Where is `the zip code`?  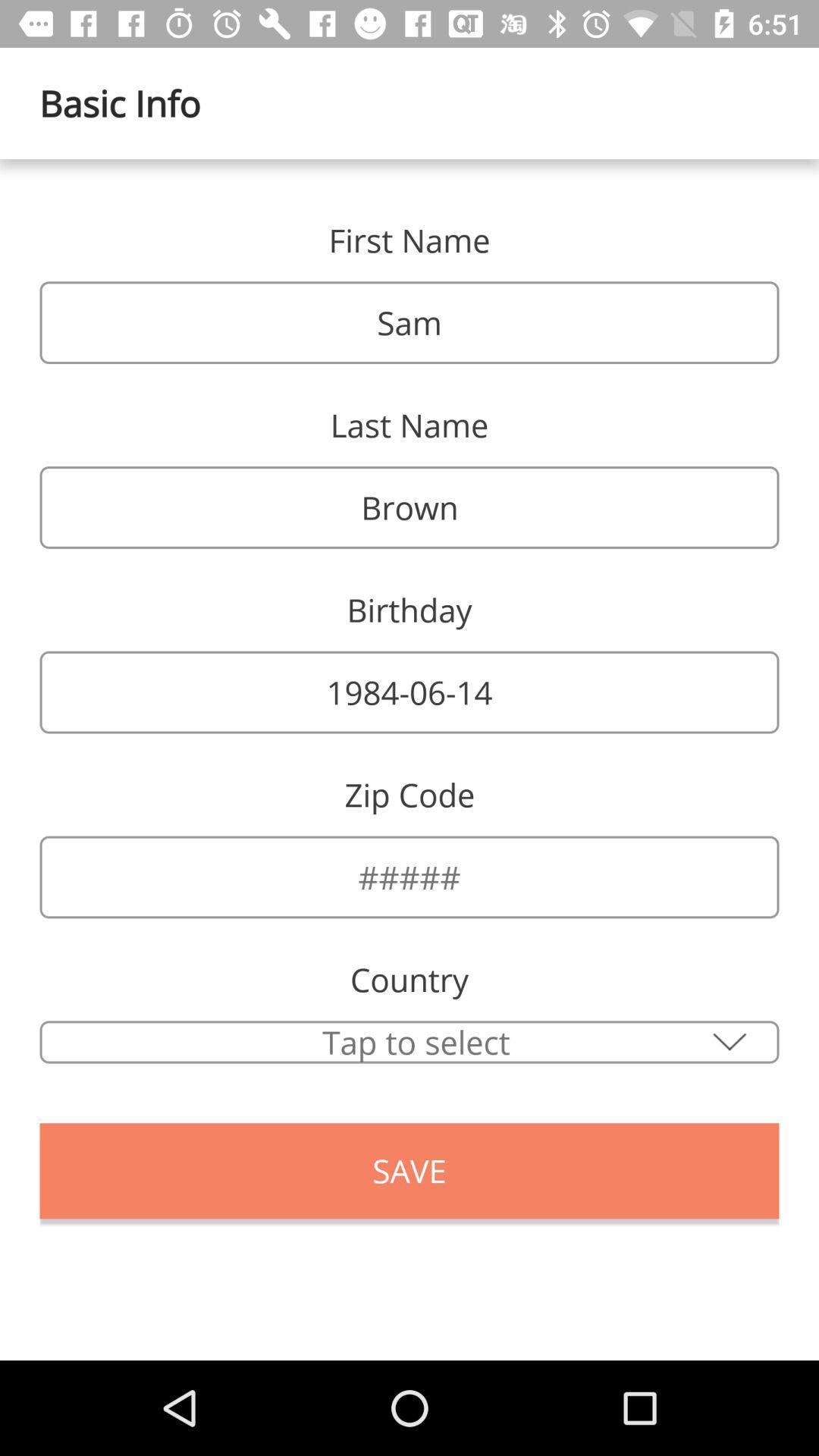 the zip code is located at coordinates (409, 877).